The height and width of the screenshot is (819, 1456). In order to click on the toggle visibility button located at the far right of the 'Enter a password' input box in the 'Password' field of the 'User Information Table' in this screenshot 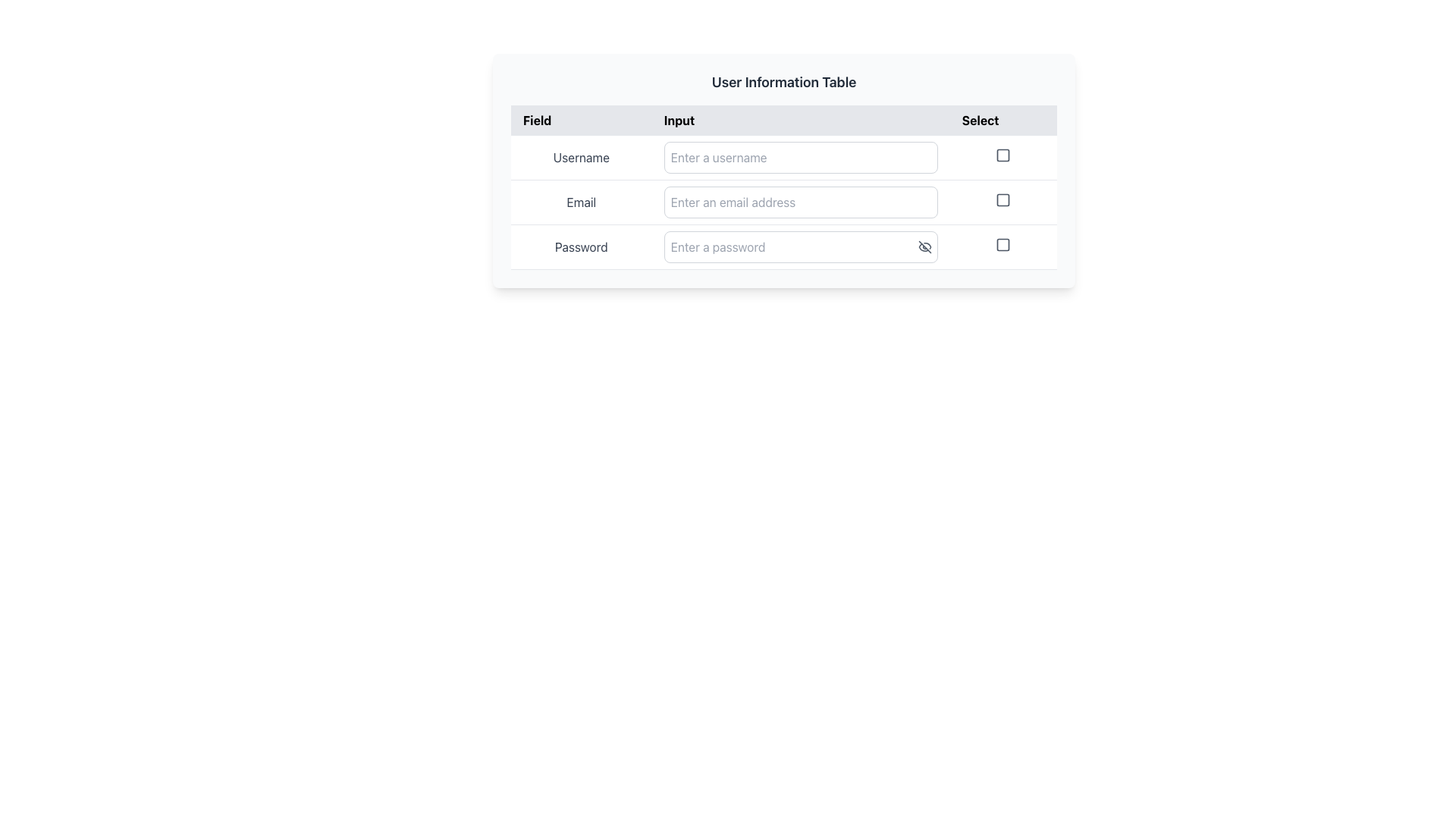, I will do `click(927, 246)`.